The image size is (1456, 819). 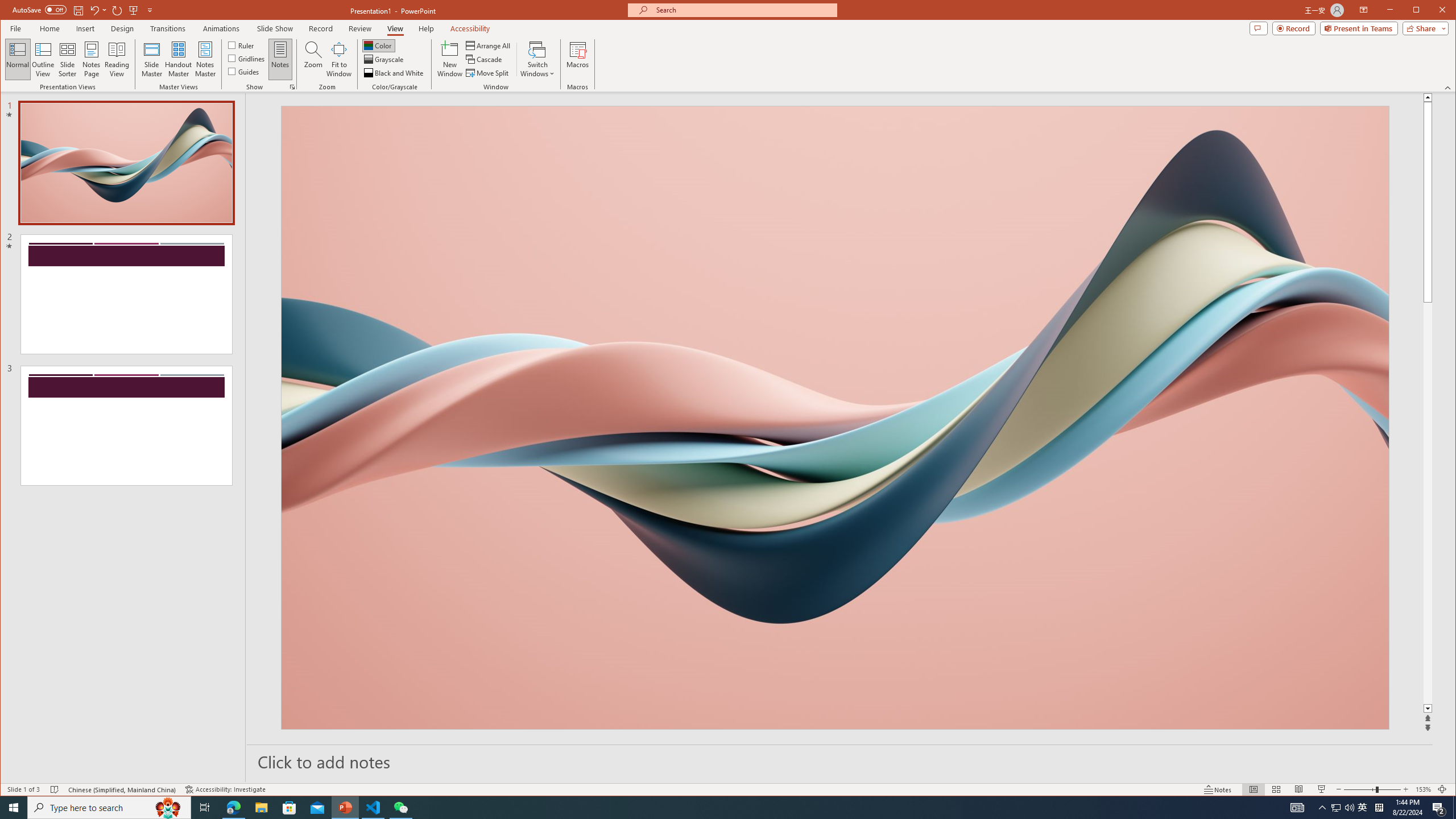 I want to click on 'WeChat - 1 running window', so click(x=401, y=806).